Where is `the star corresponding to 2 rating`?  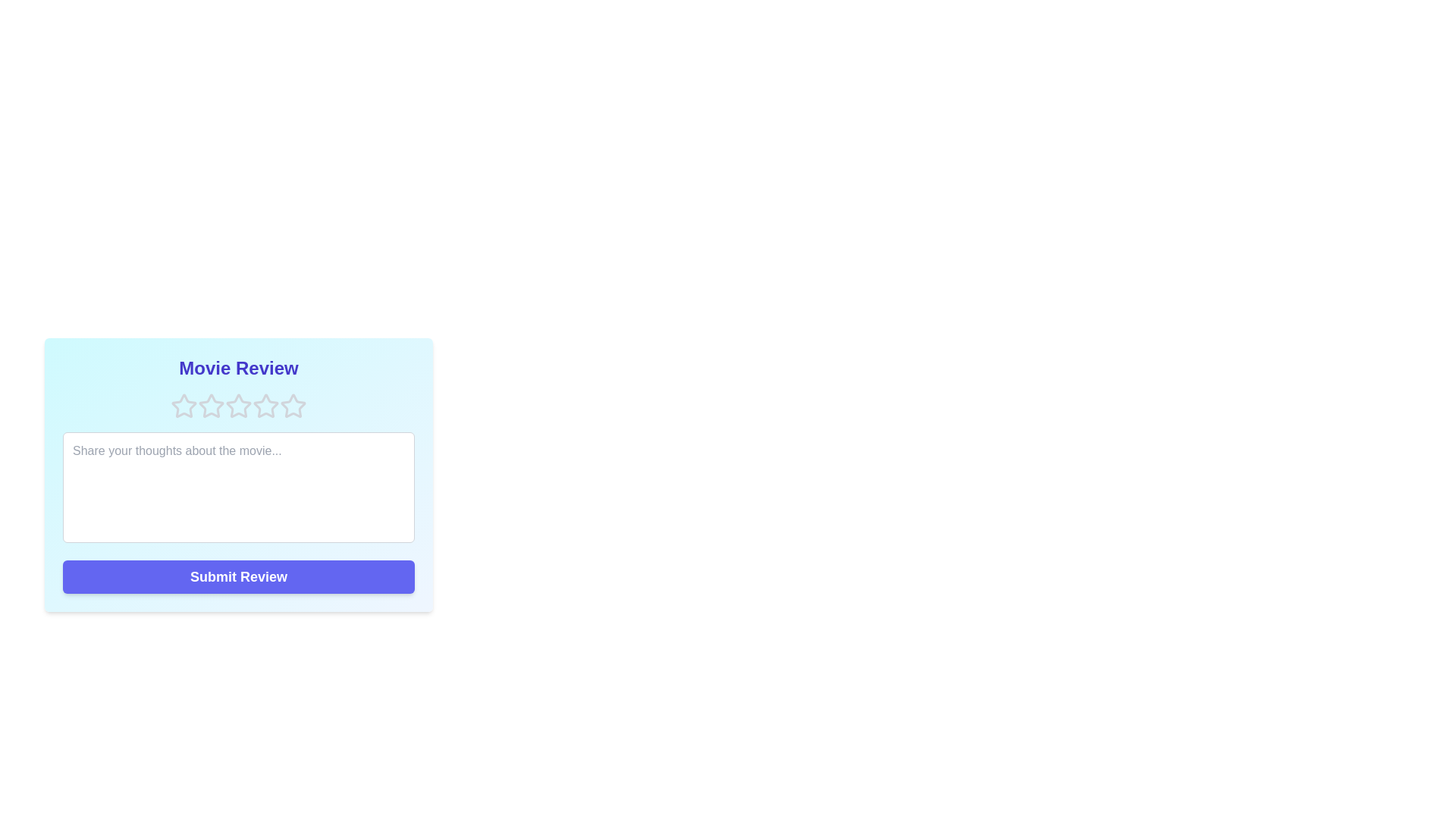
the star corresponding to 2 rating is located at coordinates (210, 406).